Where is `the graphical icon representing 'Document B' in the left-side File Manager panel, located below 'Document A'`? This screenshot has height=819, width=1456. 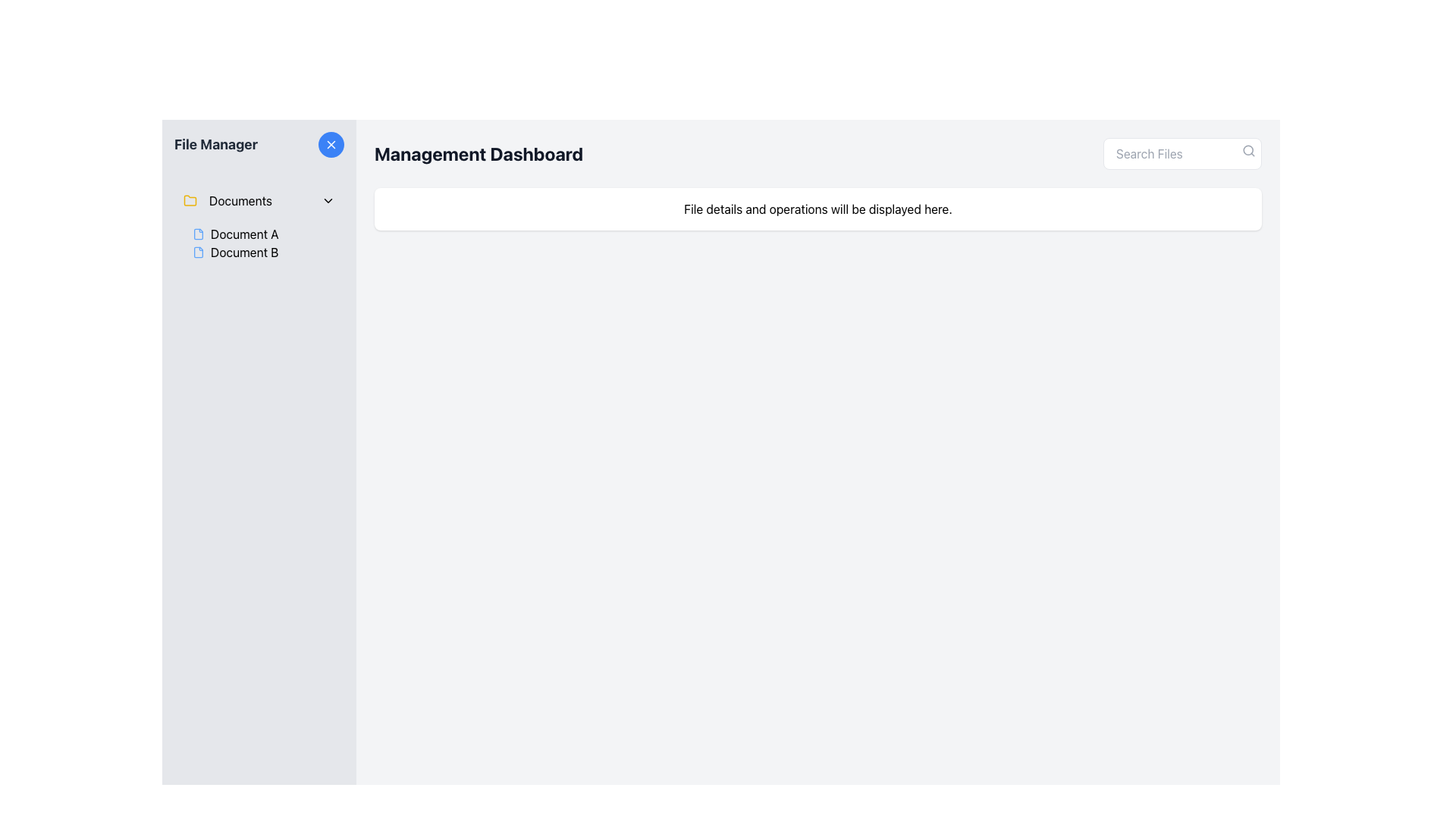
the graphical icon representing 'Document B' in the left-side File Manager panel, located below 'Document A' is located at coordinates (198, 251).